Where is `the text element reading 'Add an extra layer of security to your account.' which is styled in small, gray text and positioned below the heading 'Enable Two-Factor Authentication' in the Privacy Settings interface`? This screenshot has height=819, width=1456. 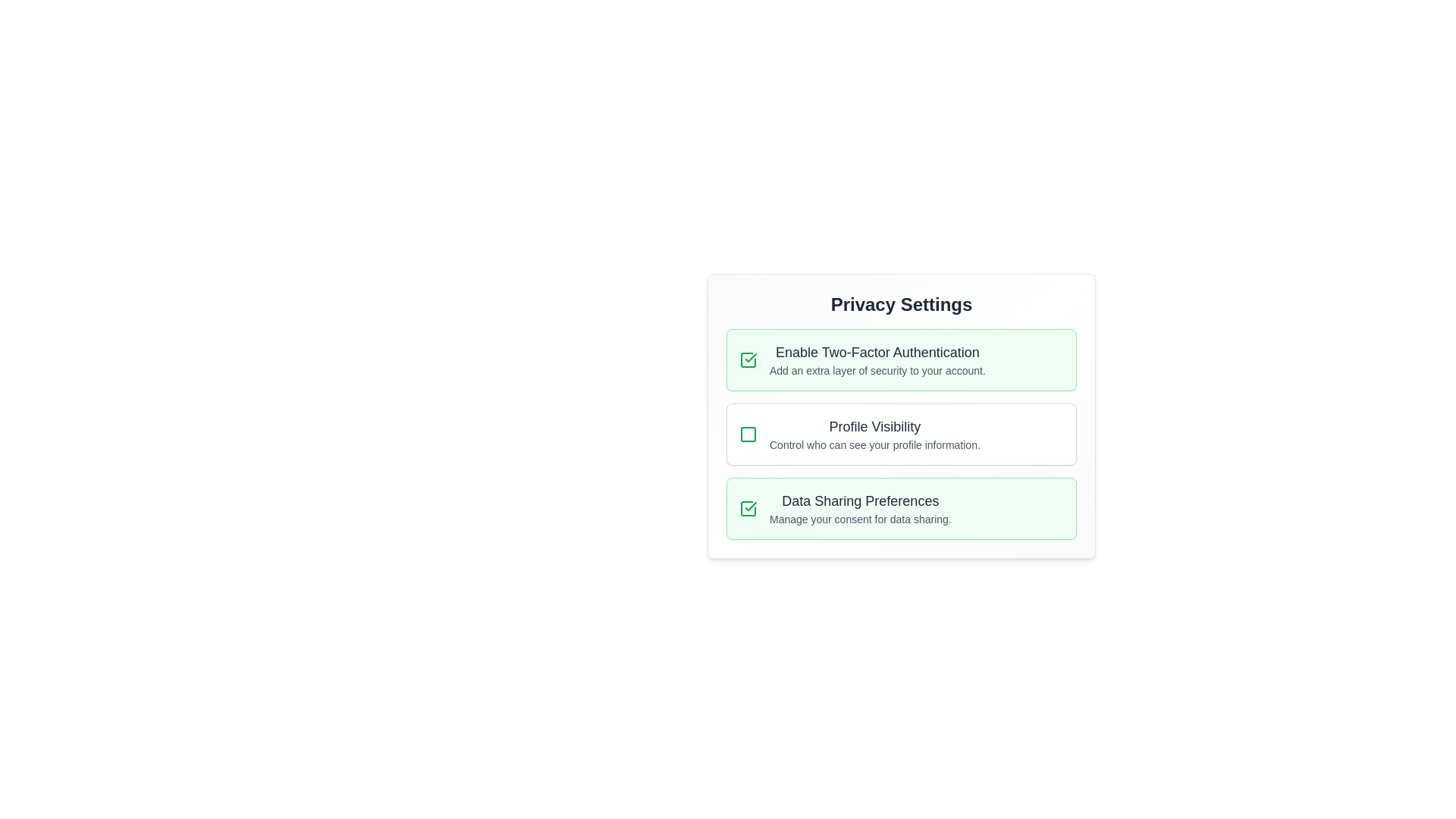 the text element reading 'Add an extra layer of security to your account.' which is styled in small, gray text and positioned below the heading 'Enable Two-Factor Authentication' in the Privacy Settings interface is located at coordinates (877, 371).